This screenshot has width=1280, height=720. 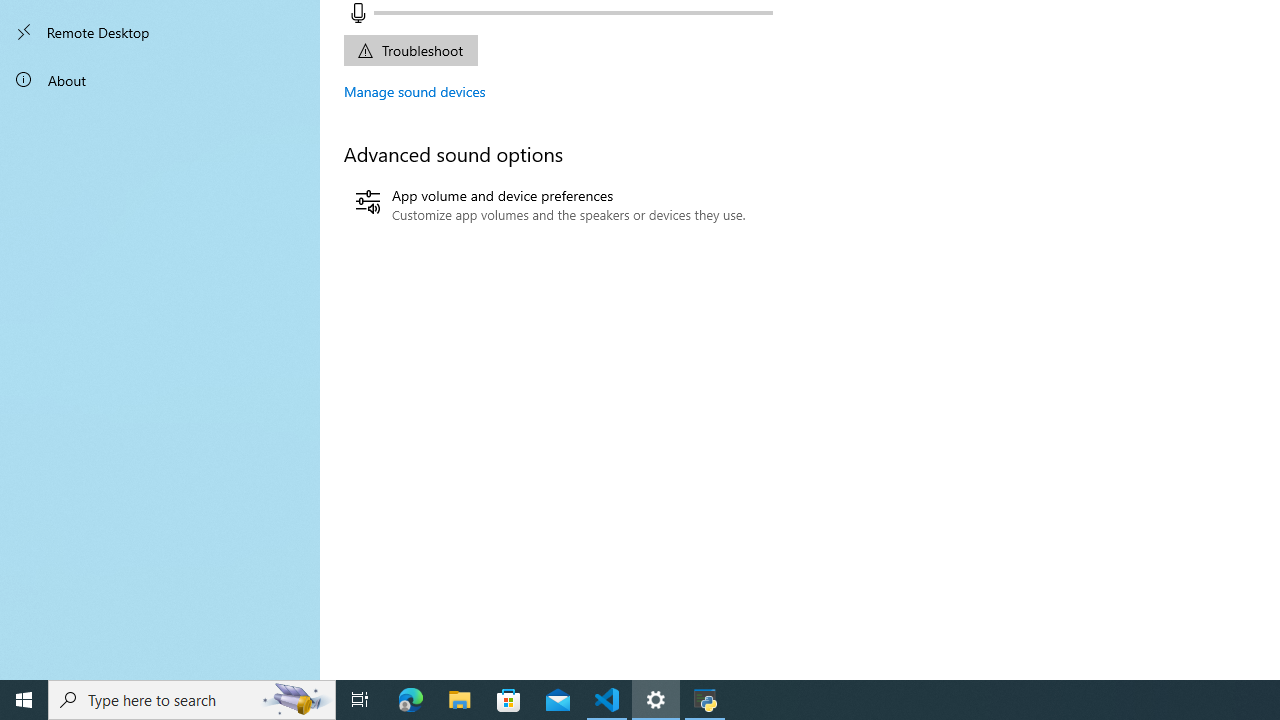 What do you see at coordinates (551, 205) in the screenshot?
I see `'App volume and device preferences'` at bounding box center [551, 205].